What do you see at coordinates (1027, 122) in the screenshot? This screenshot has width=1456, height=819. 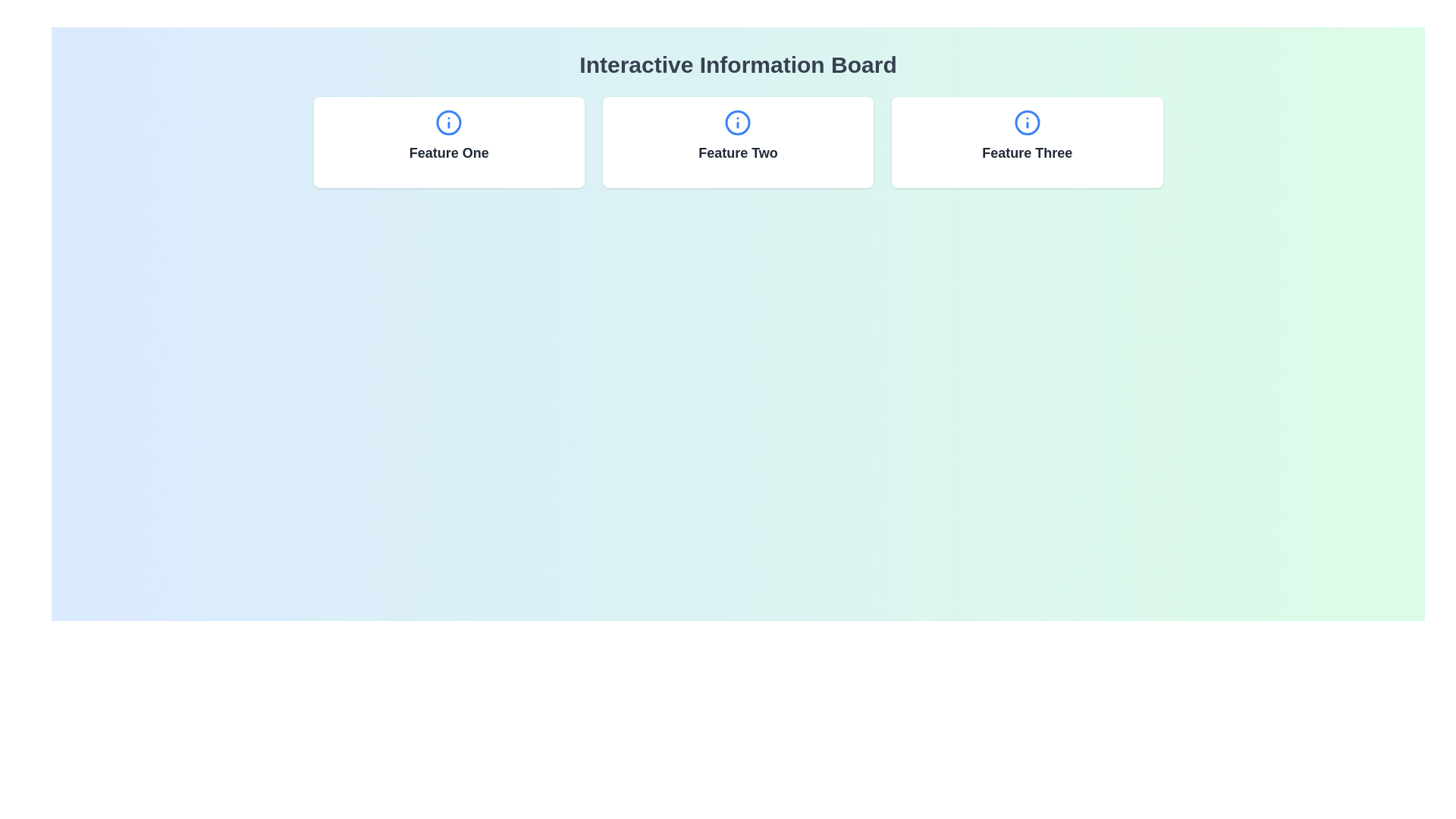 I see `the information indicator icon located in the 'Feature Three' panel, positioned above the text` at bounding box center [1027, 122].